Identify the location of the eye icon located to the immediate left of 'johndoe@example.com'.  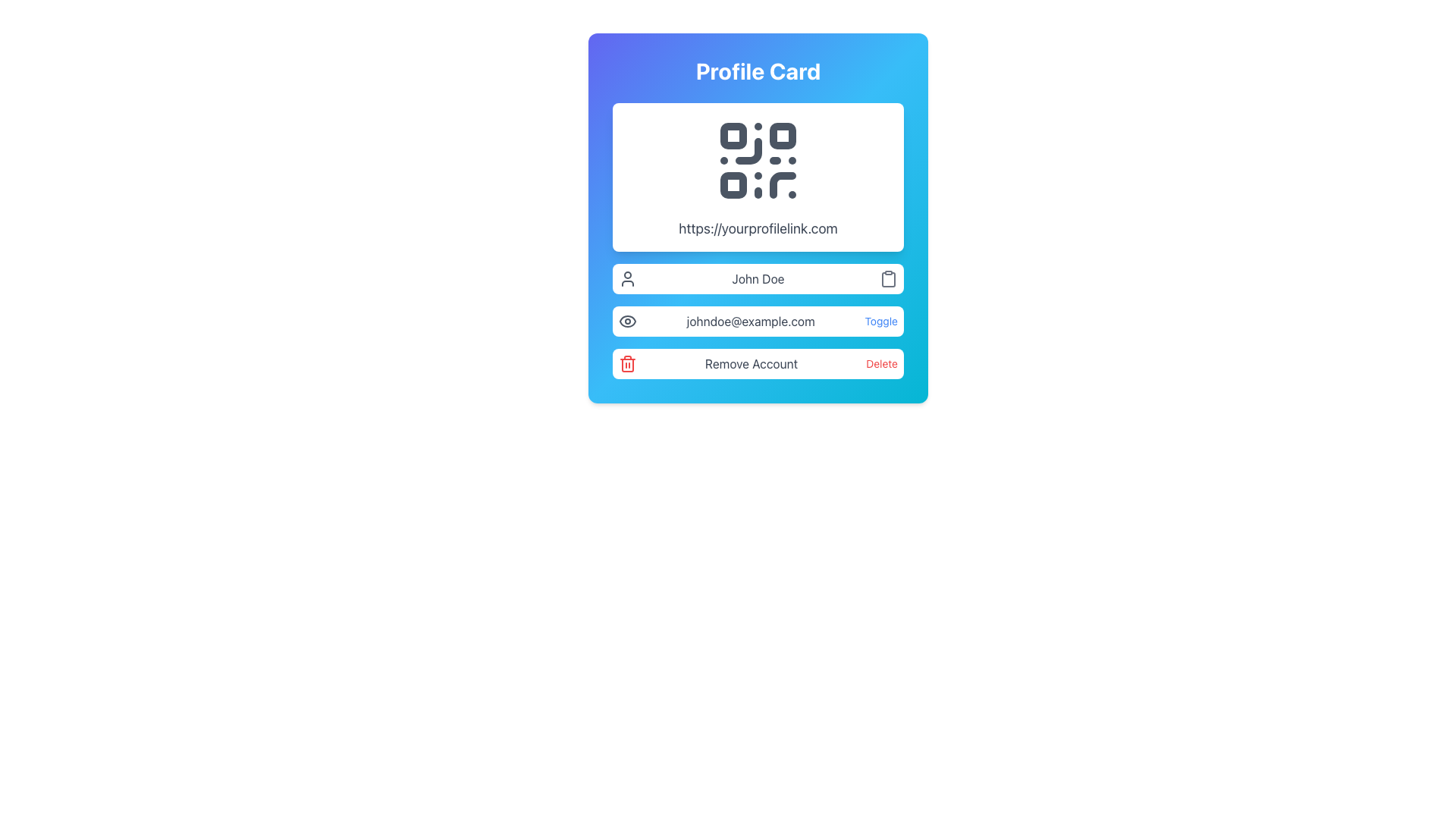
(628, 321).